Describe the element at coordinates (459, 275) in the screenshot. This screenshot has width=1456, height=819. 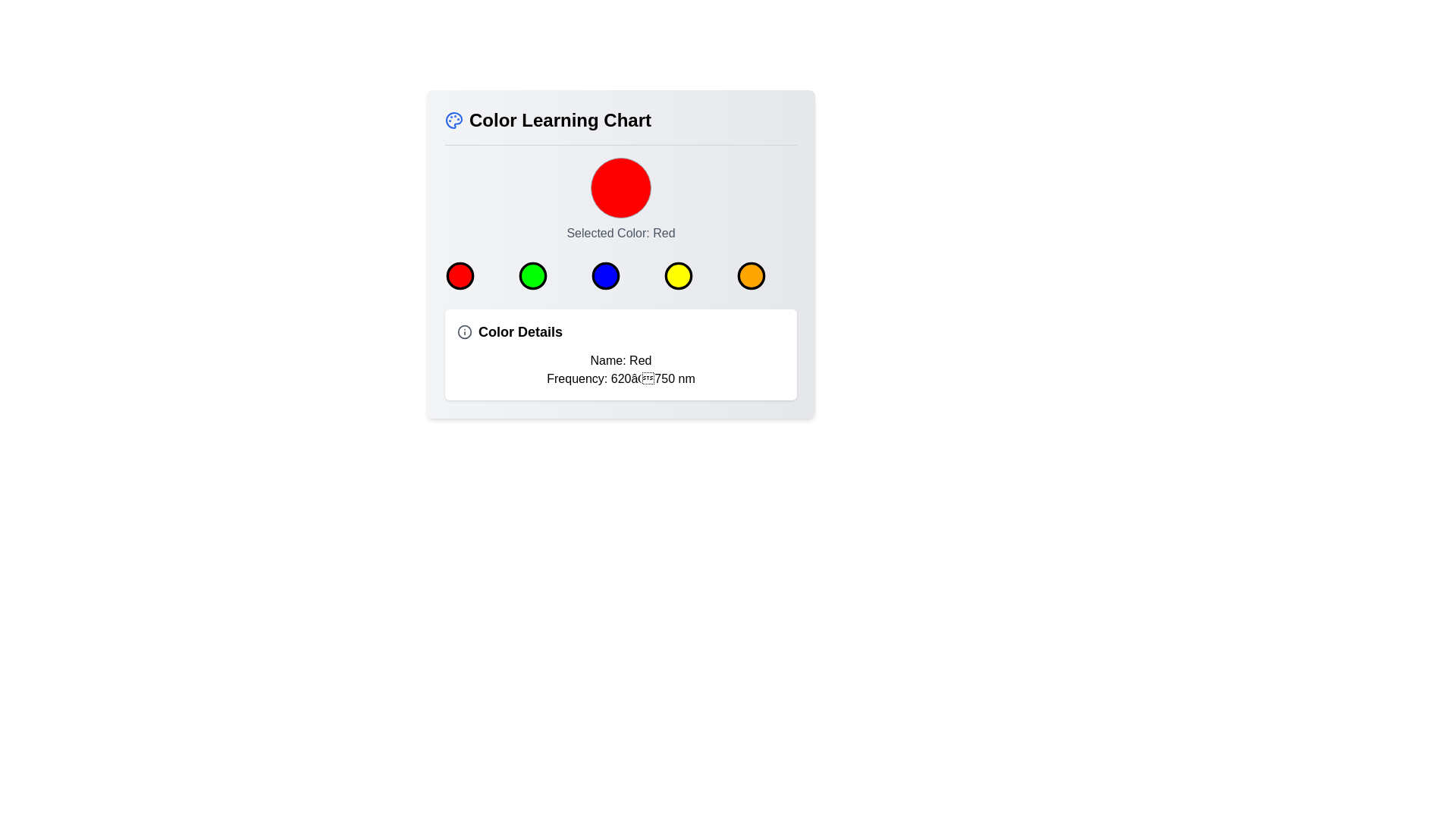
I see `the red circular icon with a black border located on the leftmost side of the horizontal row of circular icons in the 'Color Learning Chart' module` at that location.